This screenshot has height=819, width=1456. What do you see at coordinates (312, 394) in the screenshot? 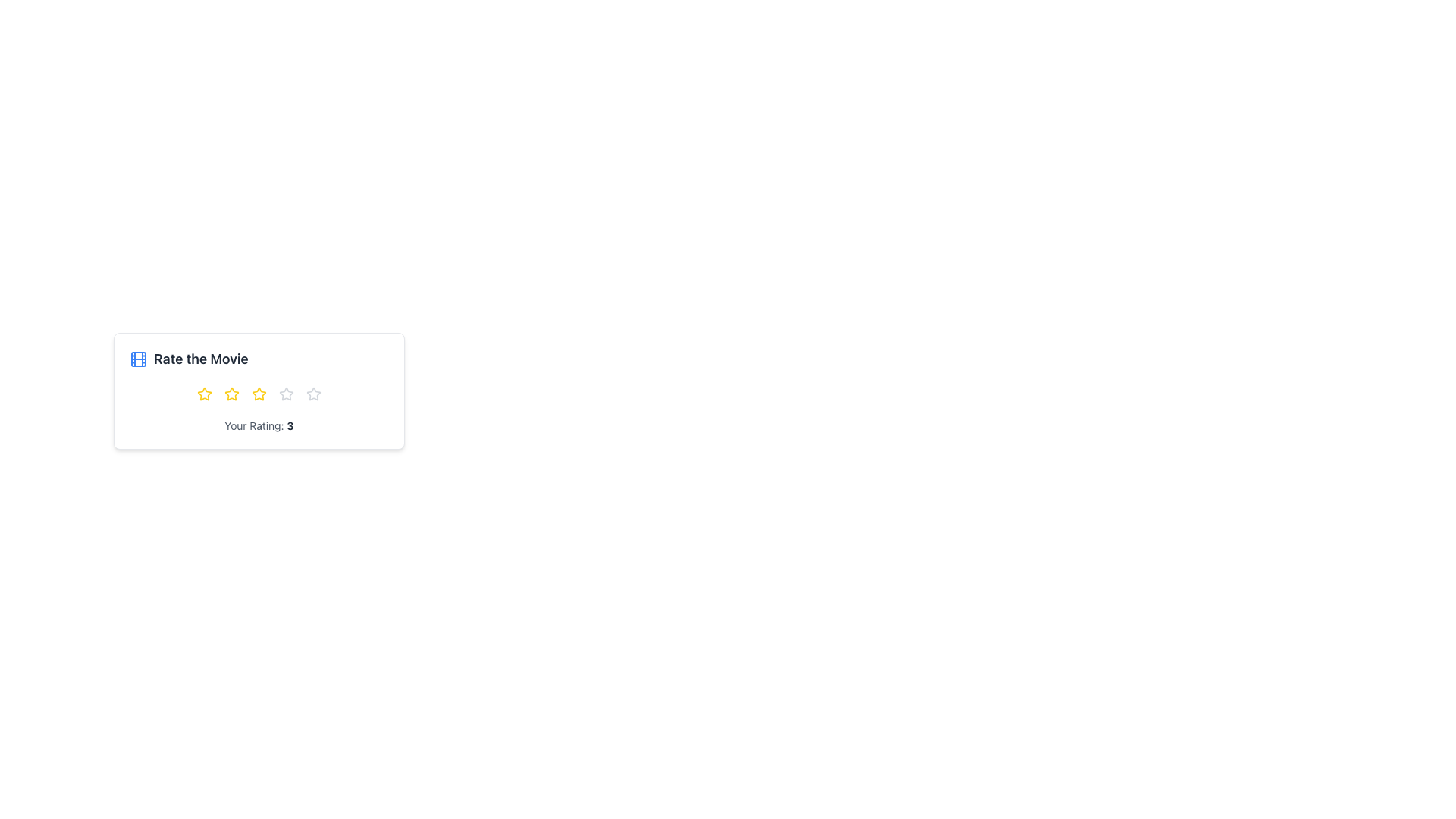
I see `the fifth star icon in the row of five stars below the 'Rate the Movie' title` at bounding box center [312, 394].